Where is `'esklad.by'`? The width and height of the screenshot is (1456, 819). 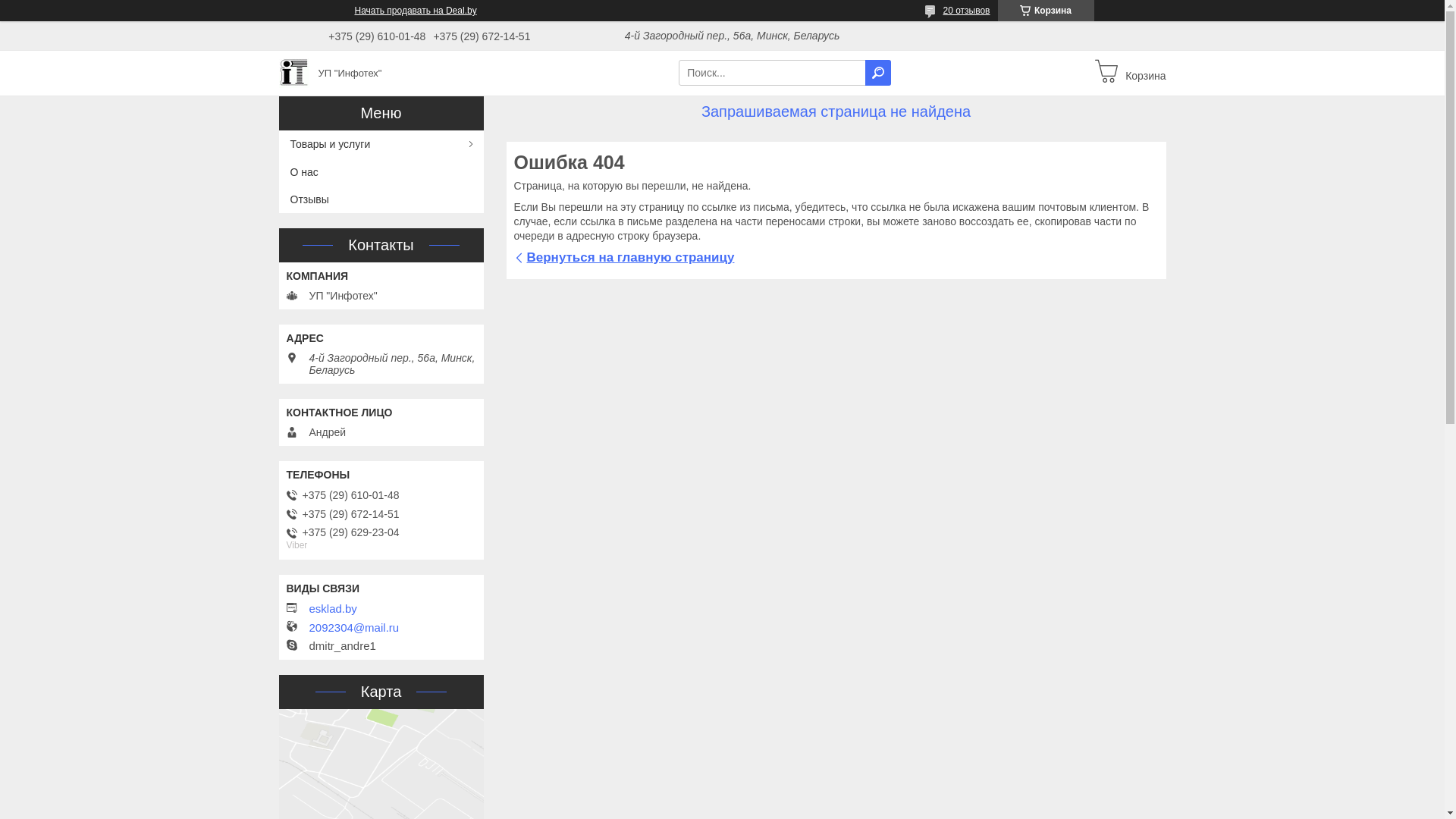 'esklad.by' is located at coordinates (309, 607).